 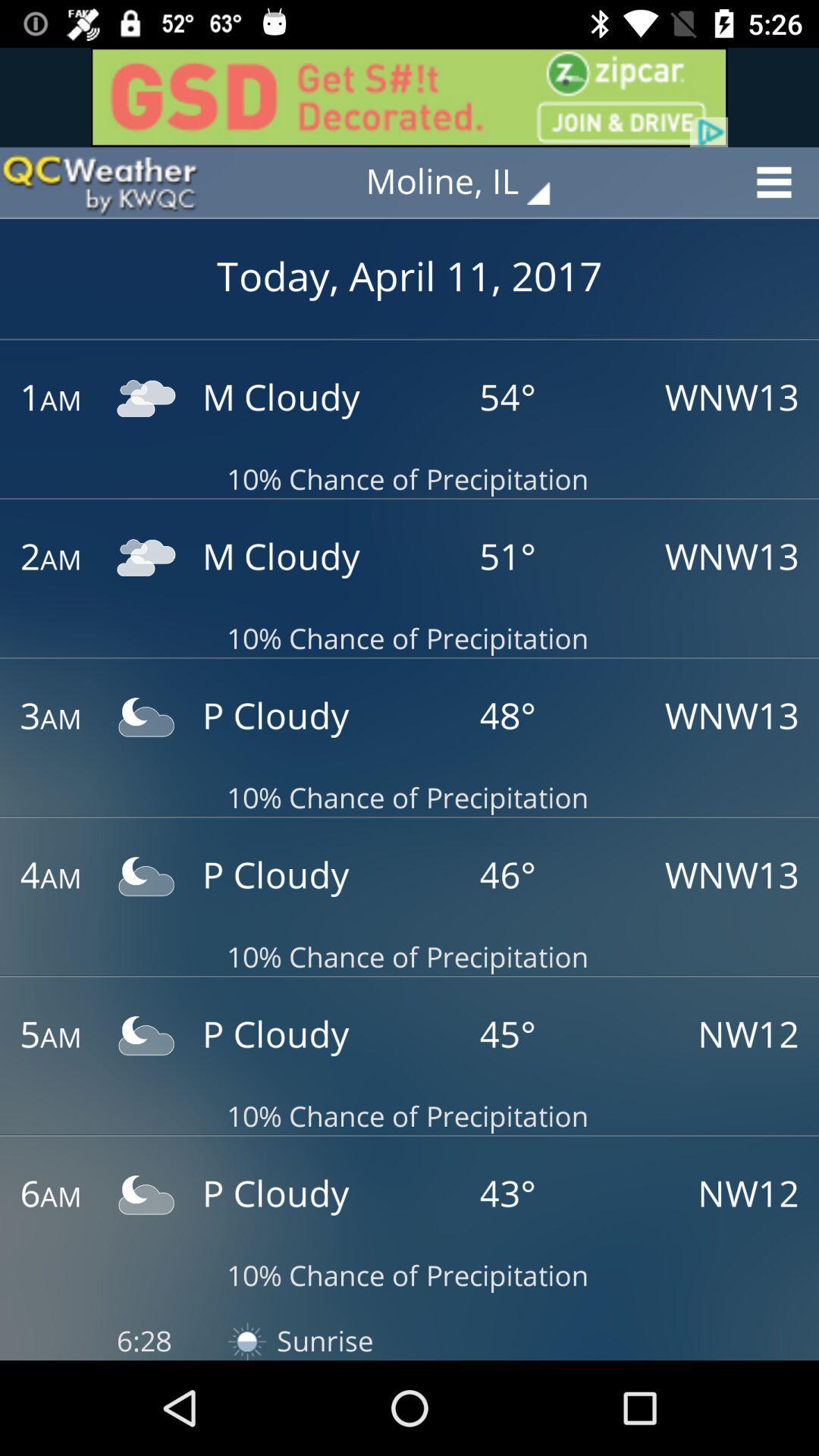 What do you see at coordinates (99, 182) in the screenshot?
I see `switch to qcweather app` at bounding box center [99, 182].